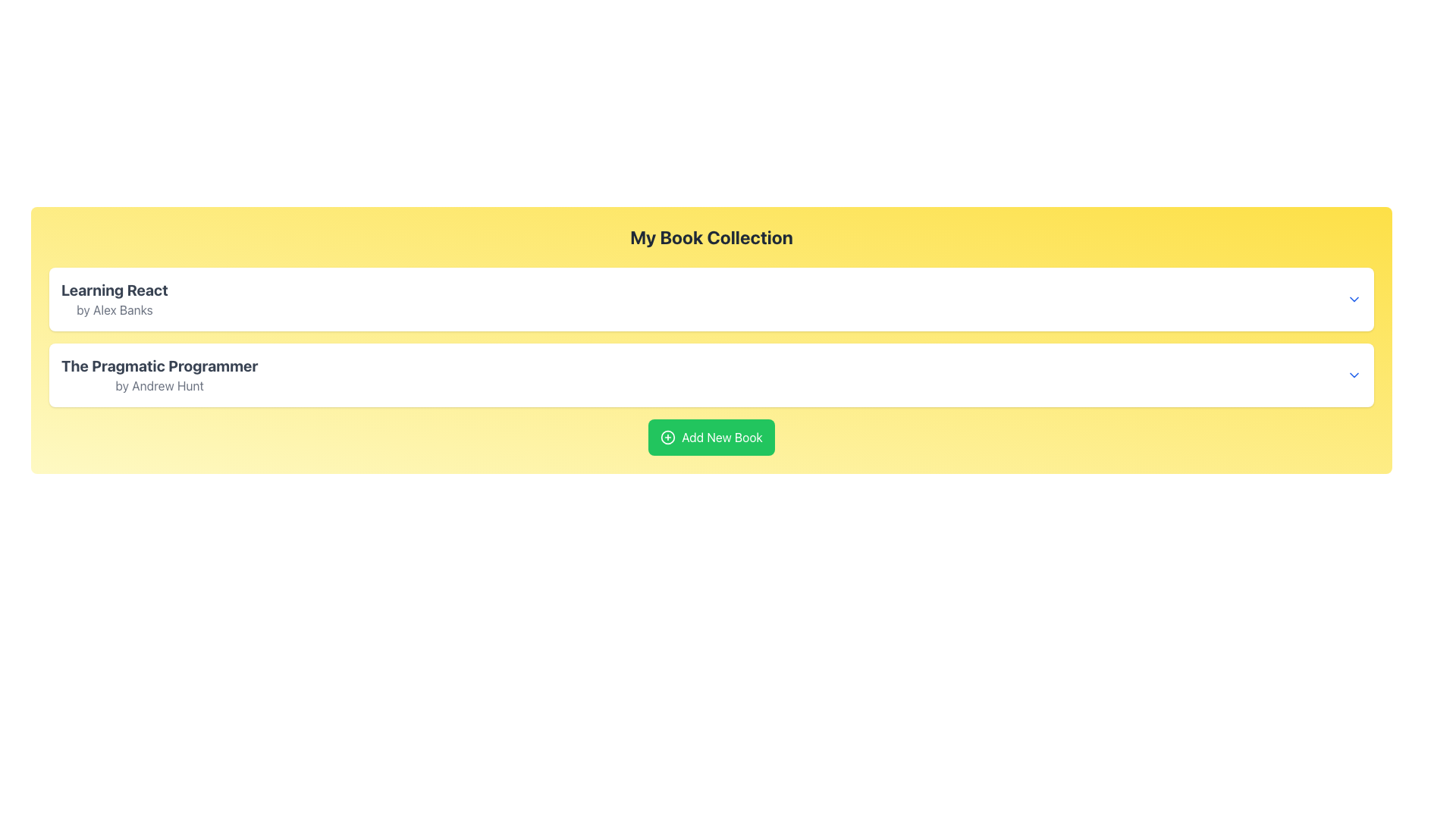 The height and width of the screenshot is (819, 1456). What do you see at coordinates (114, 309) in the screenshot?
I see `the text label that reads 'by Alex Banks', which is styled in a smaller font size and slightly grayed color, located directly beneath the book title 'Learning React'` at bounding box center [114, 309].